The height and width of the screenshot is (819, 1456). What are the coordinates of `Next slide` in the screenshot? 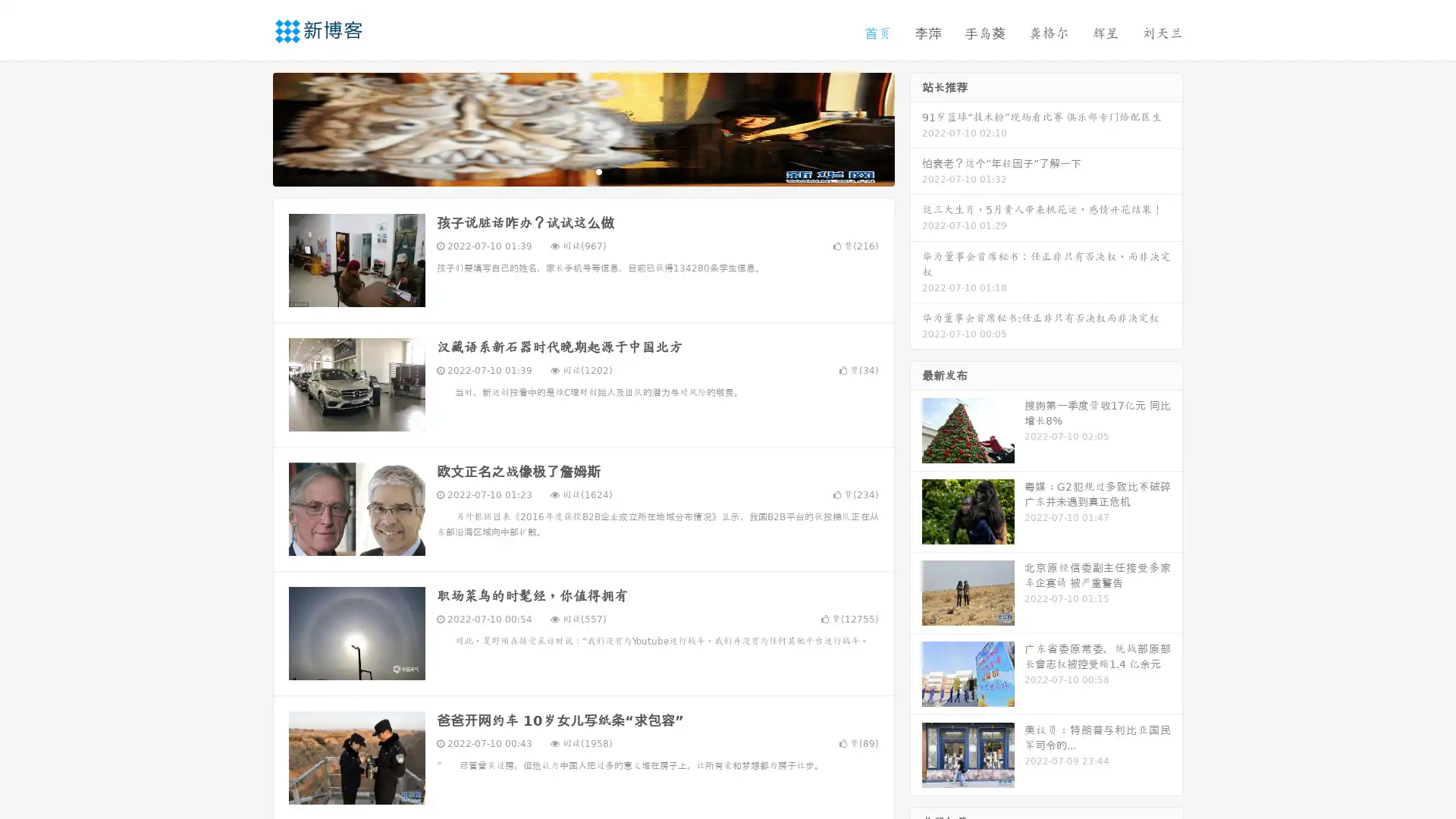 It's located at (916, 127).